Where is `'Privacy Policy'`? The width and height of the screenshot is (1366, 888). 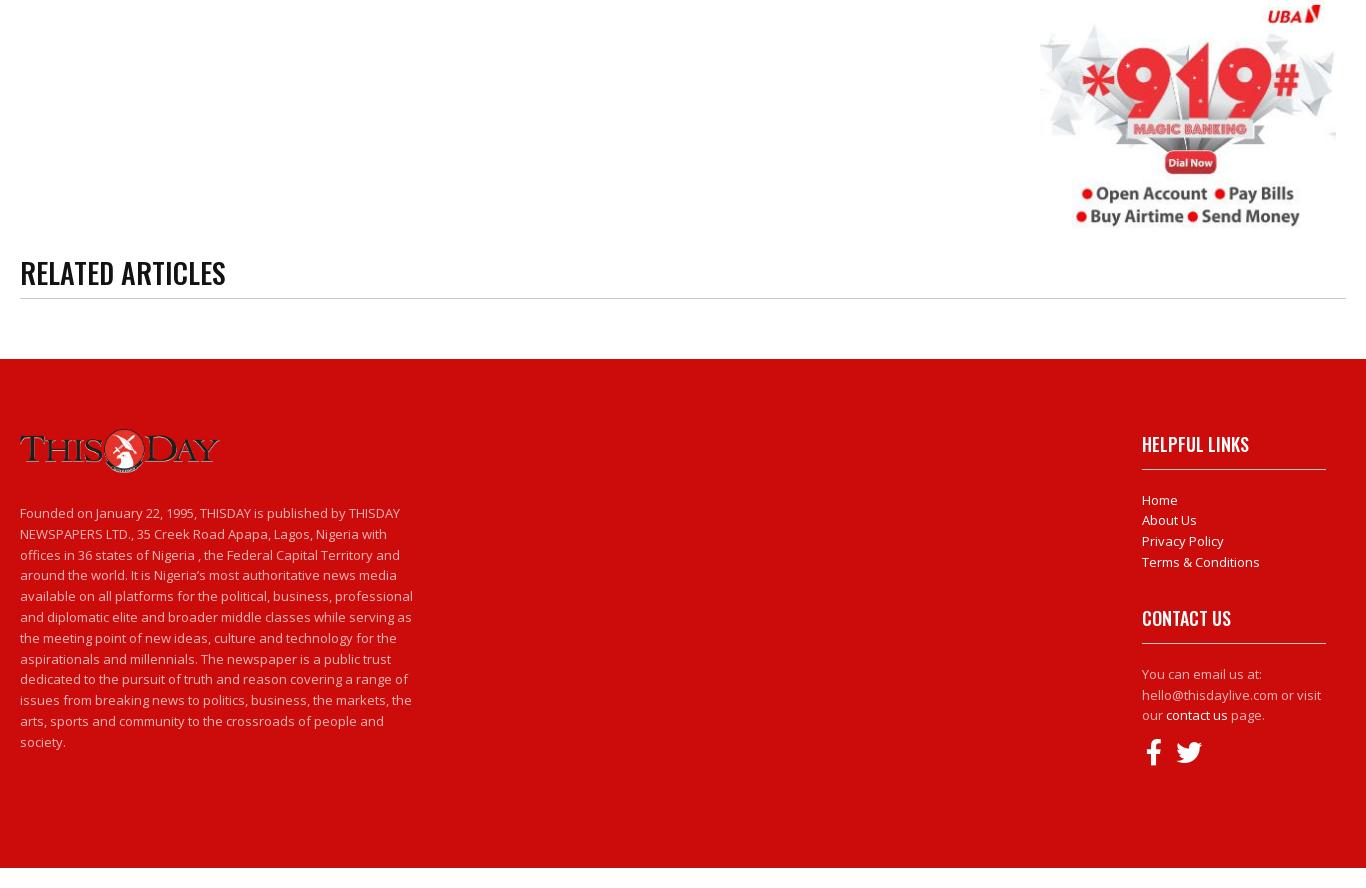 'Privacy Policy' is located at coordinates (1181, 539).